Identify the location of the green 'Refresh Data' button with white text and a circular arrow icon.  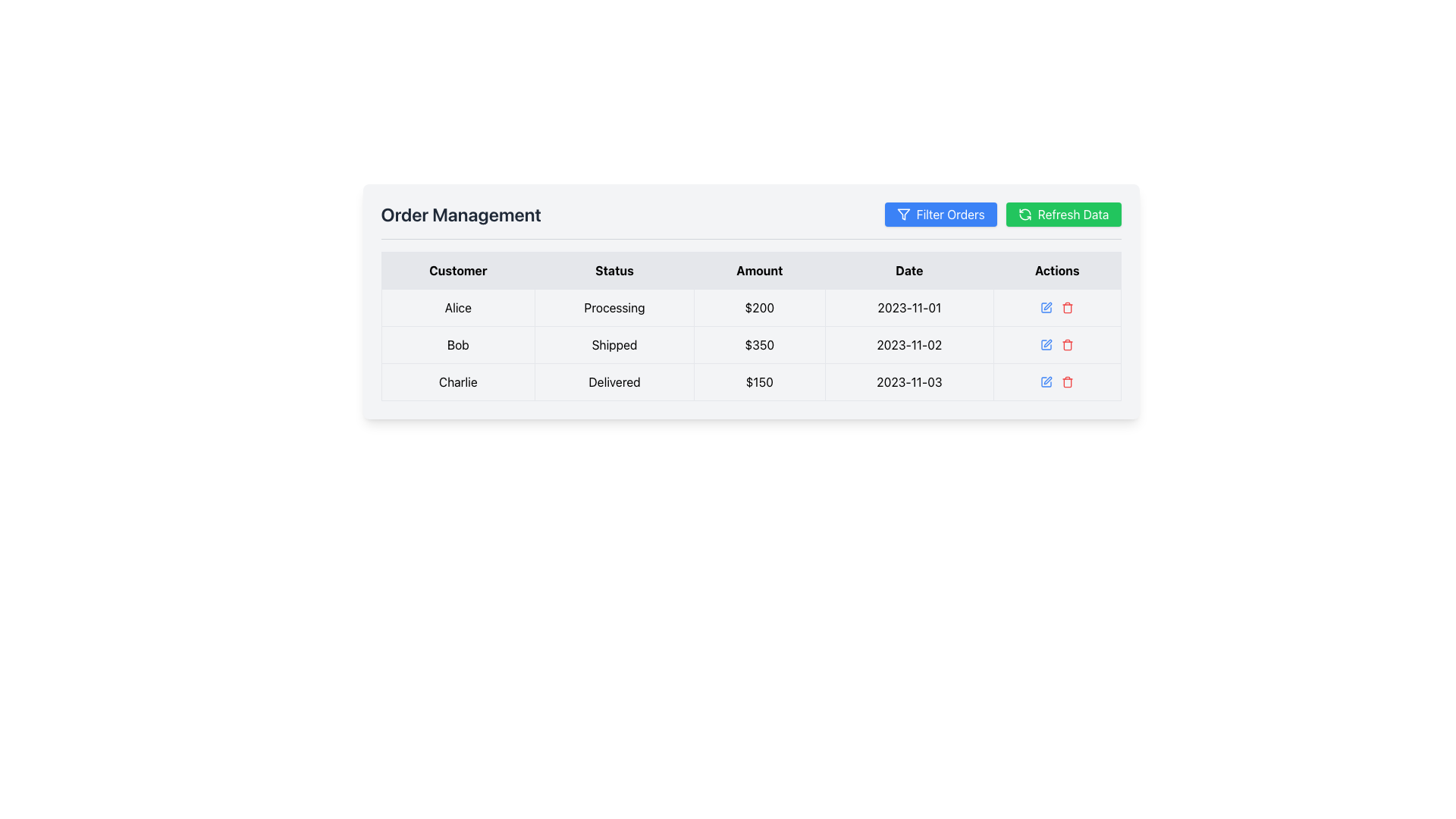
(1062, 214).